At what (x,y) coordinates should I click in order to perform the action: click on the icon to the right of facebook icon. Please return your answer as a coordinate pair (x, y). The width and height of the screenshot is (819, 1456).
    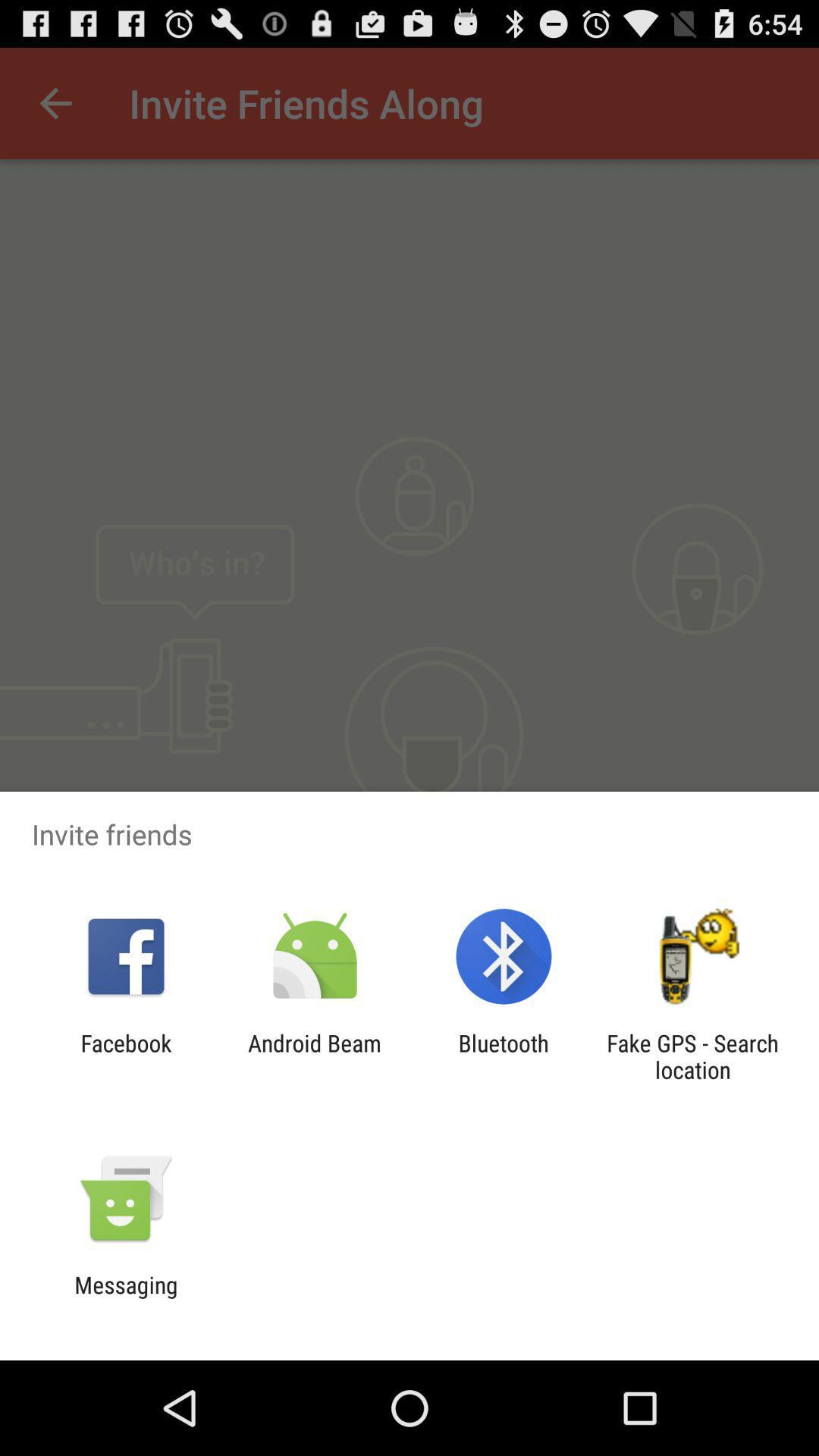
    Looking at the image, I should click on (314, 1056).